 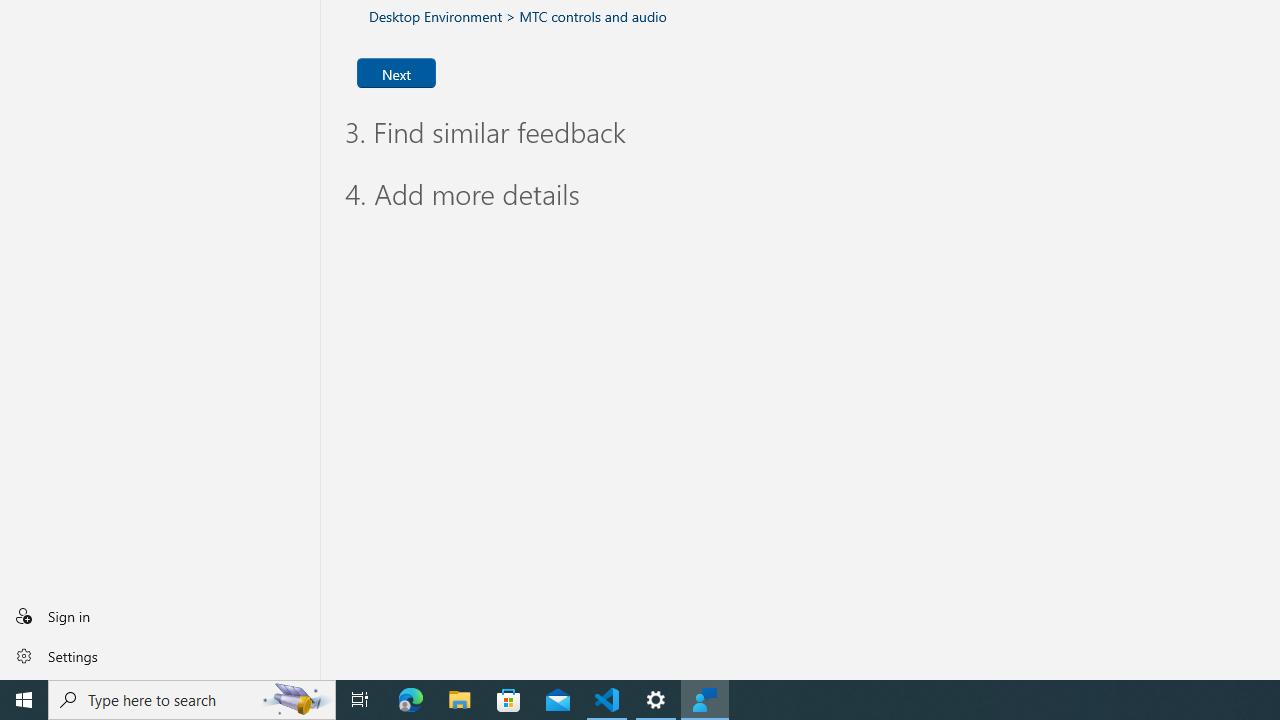 What do you see at coordinates (656, 698) in the screenshot?
I see `'Settings - 1 running window'` at bounding box center [656, 698].